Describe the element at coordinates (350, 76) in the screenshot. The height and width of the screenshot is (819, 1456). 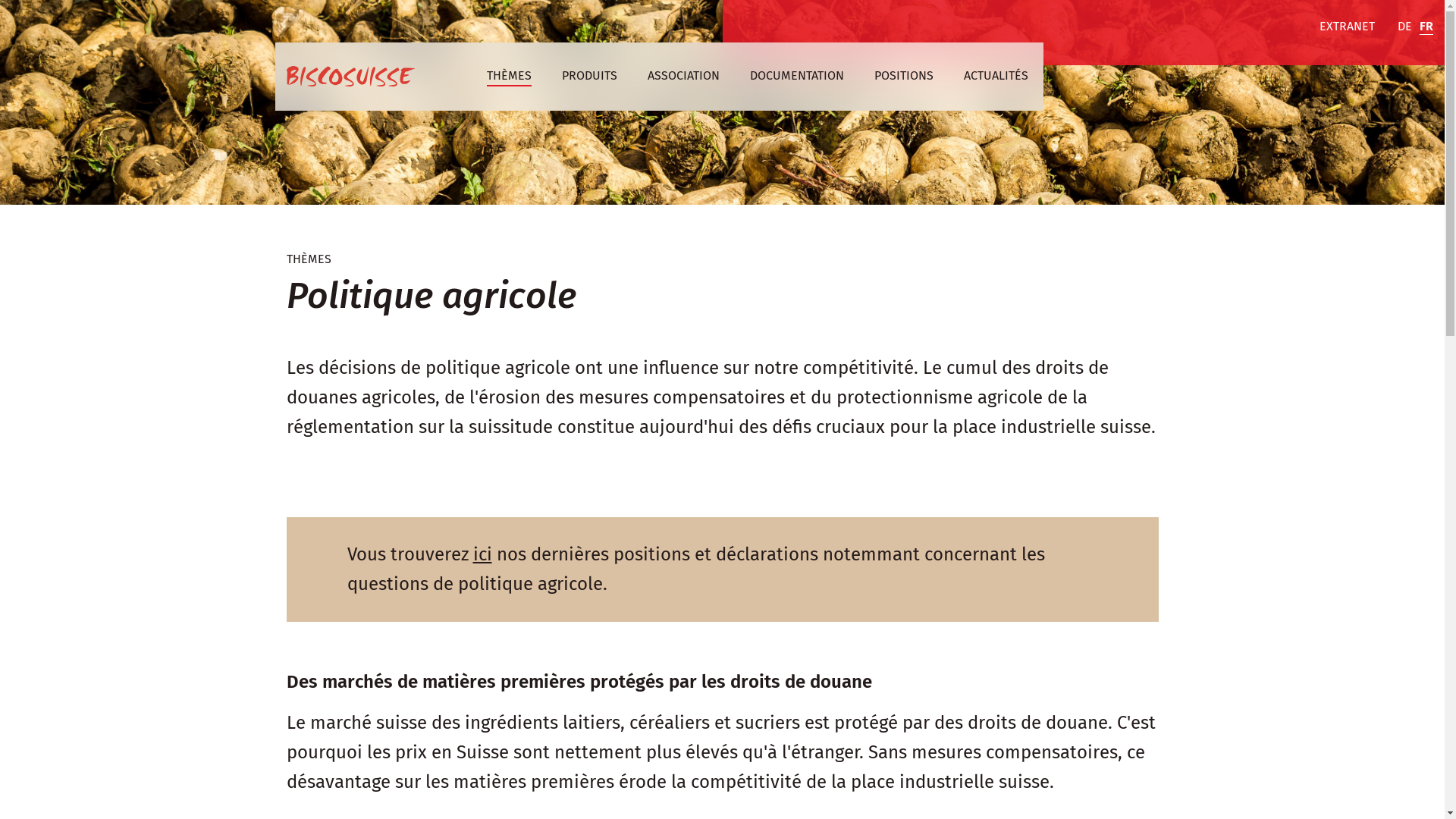
I see `'Home'` at that location.